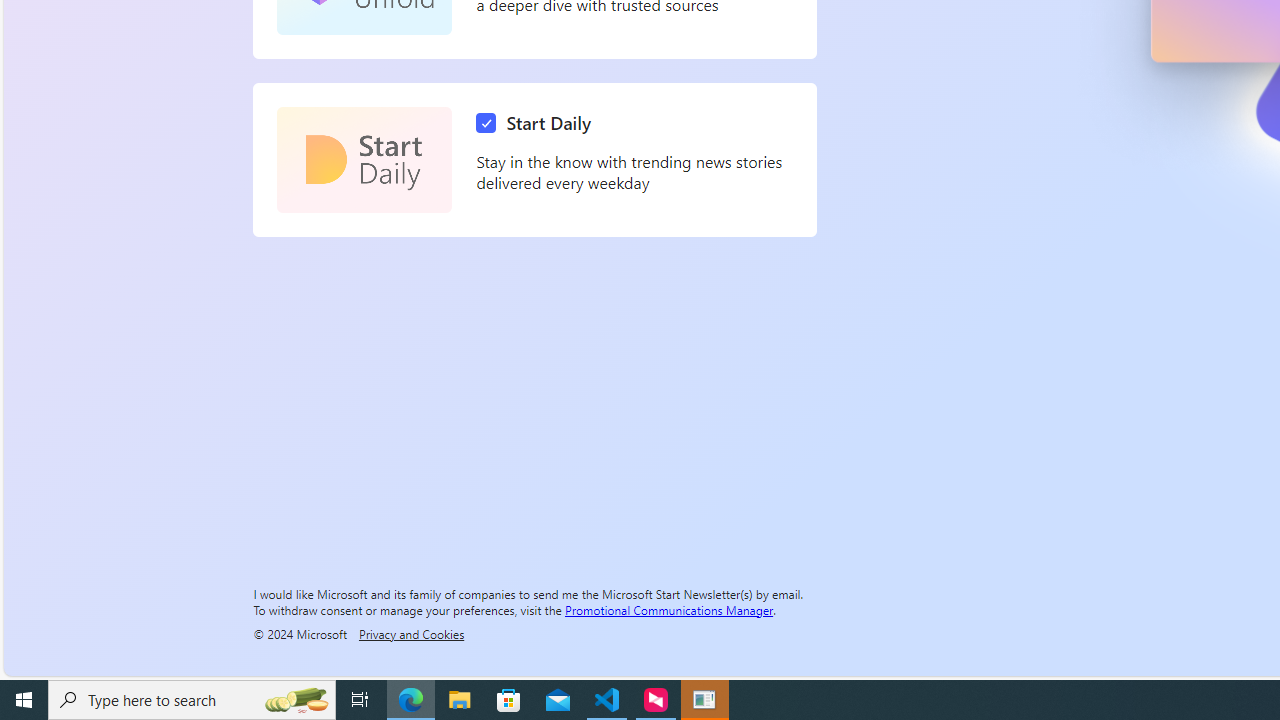  Describe the element at coordinates (410, 633) in the screenshot. I see `'Privacy and Cookies'` at that location.